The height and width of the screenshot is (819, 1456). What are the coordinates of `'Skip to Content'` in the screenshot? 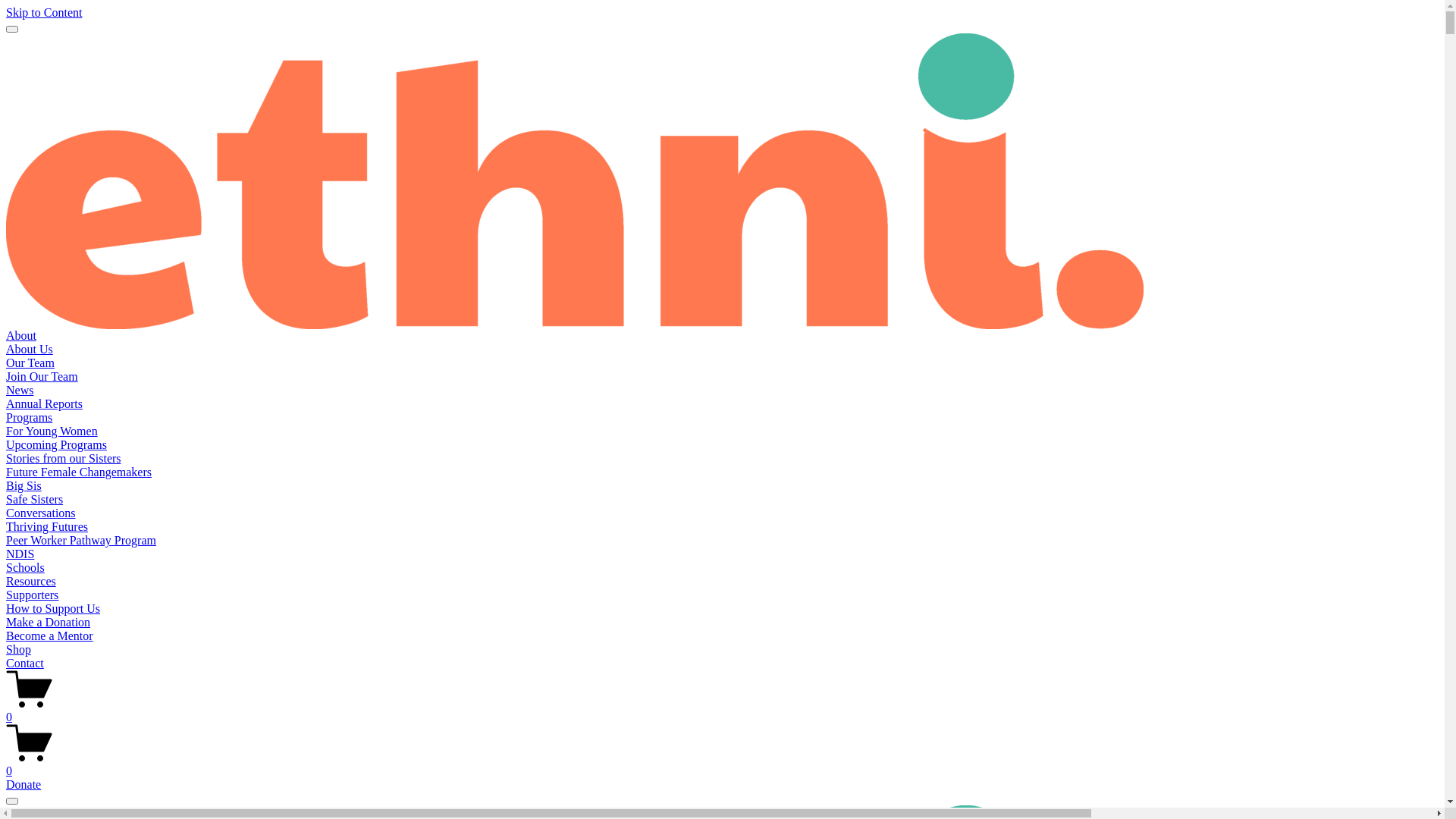 It's located at (6, 12).